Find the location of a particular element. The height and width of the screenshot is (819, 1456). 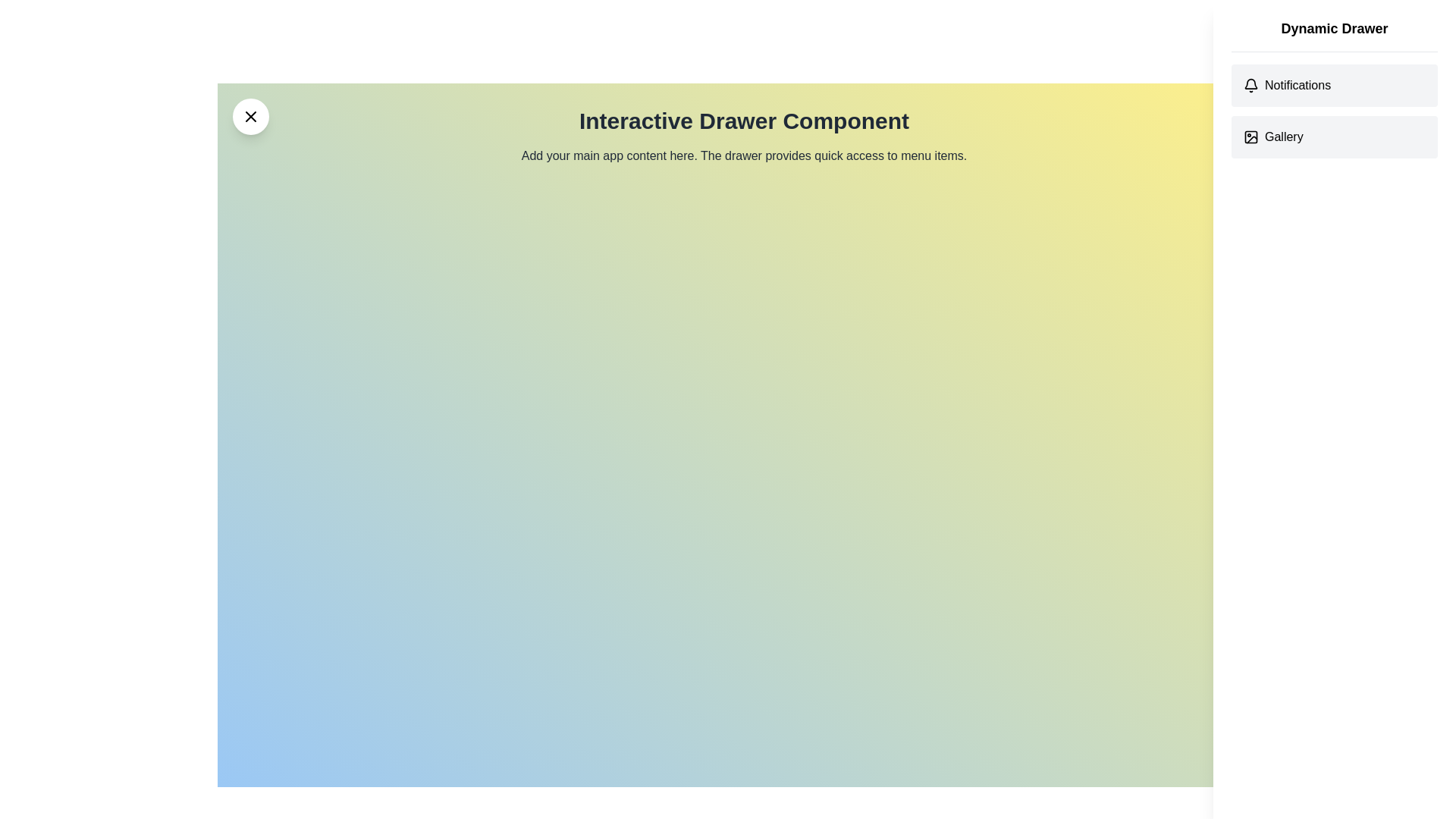

the 'Gallery' button icon located in the right-hand vertical menu, which suggests navigation or interaction with a gallery or image-related functionality is located at coordinates (1251, 137).